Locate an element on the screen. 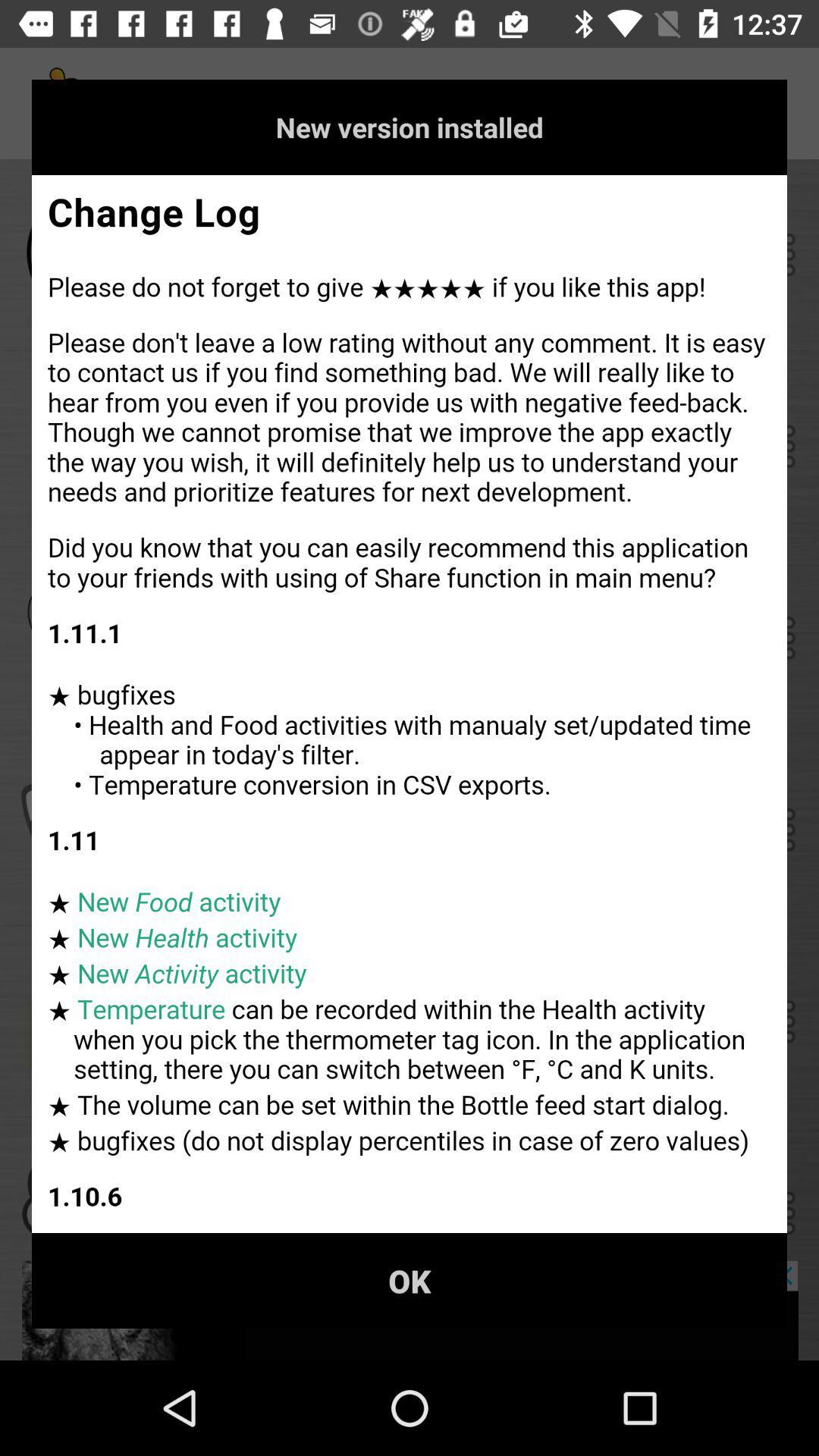 This screenshot has width=819, height=1456. full text is located at coordinates (409, 703).